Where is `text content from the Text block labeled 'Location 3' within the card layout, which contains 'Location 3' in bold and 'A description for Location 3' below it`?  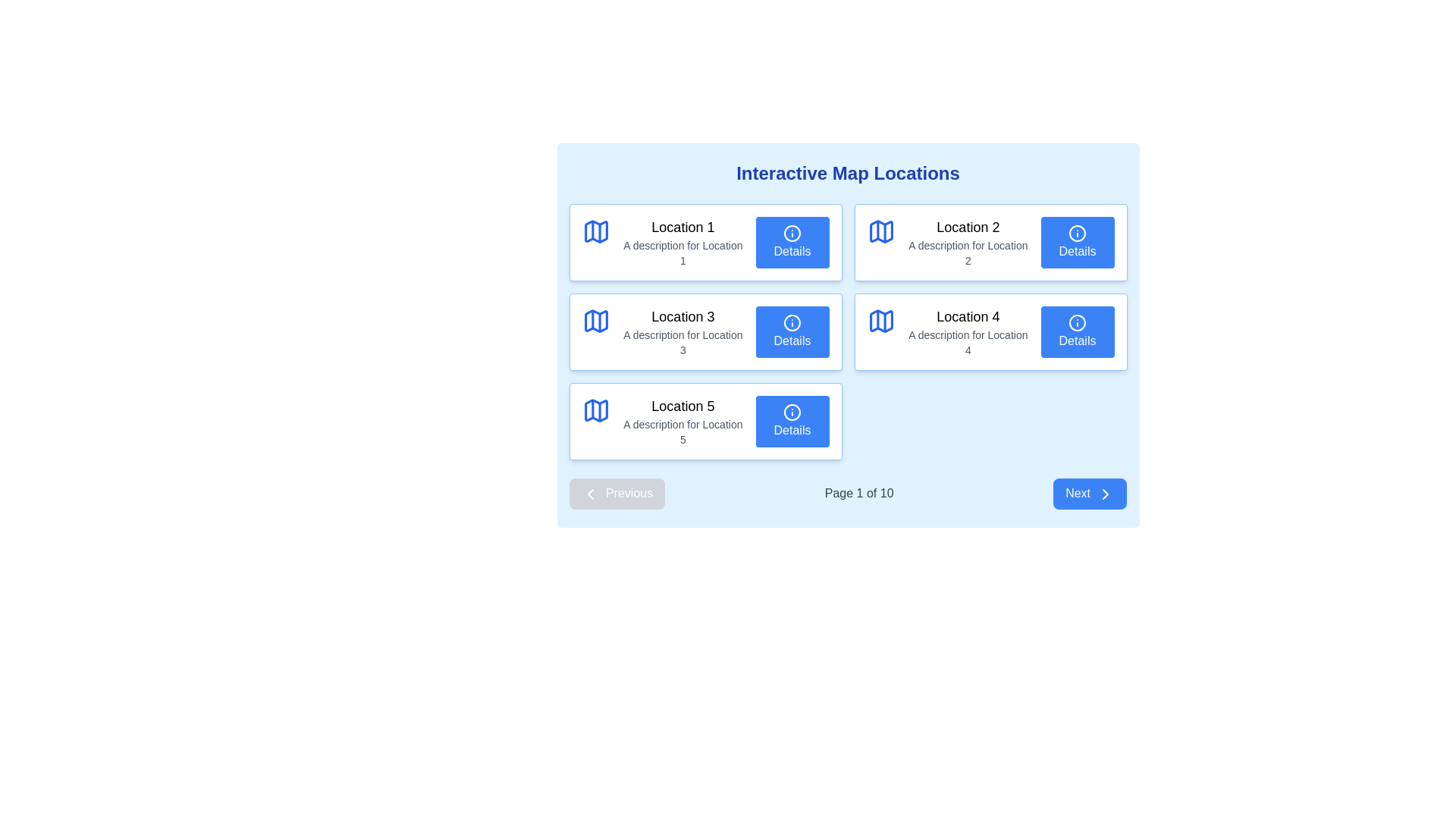
text content from the Text block labeled 'Location 3' within the card layout, which contains 'Location 3' in bold and 'A description for Location 3' below it is located at coordinates (682, 331).